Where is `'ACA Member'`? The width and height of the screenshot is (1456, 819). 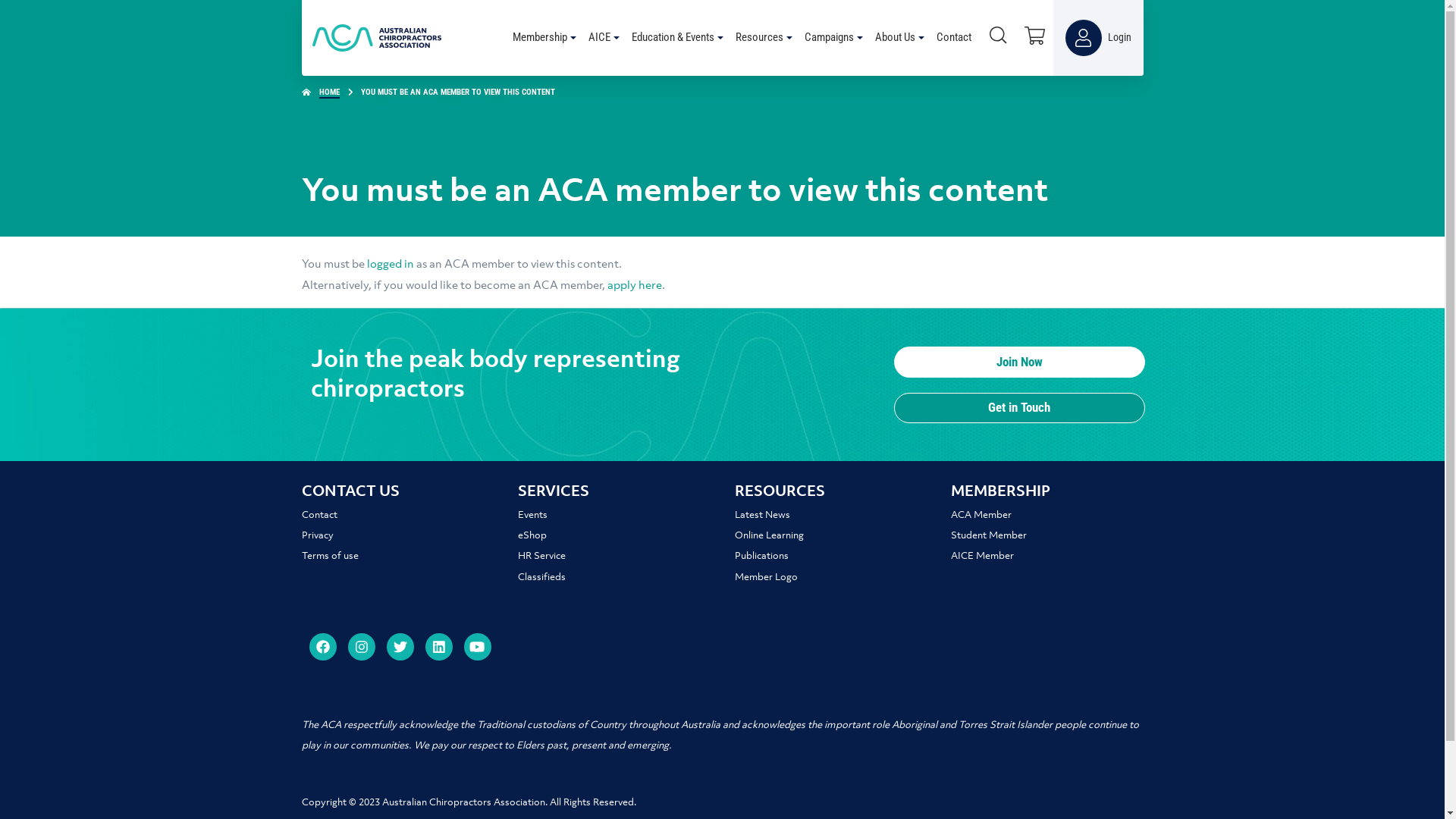
'ACA Member' is located at coordinates (981, 514).